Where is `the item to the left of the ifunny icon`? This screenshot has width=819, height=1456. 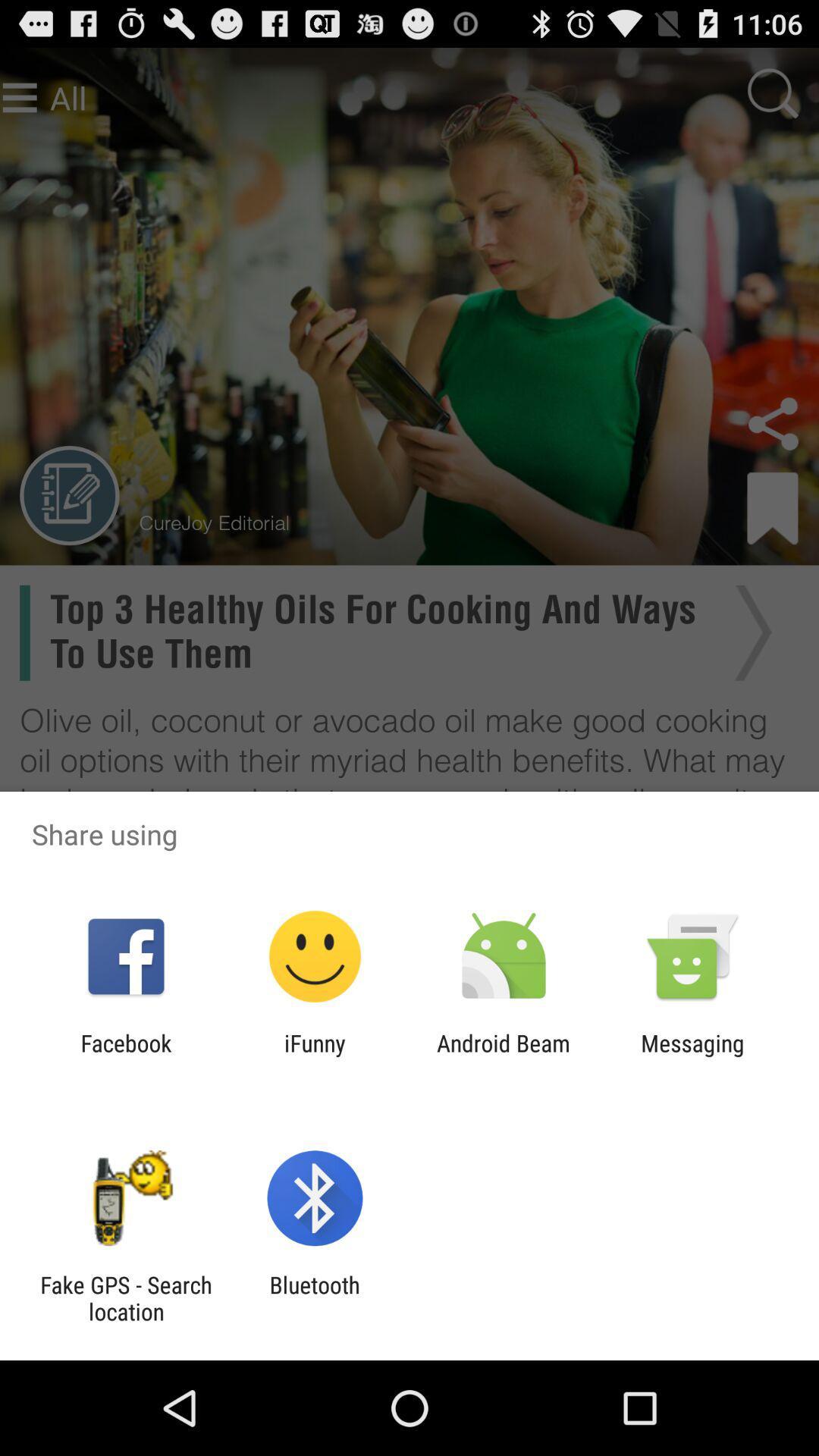
the item to the left of the ifunny icon is located at coordinates (125, 1056).